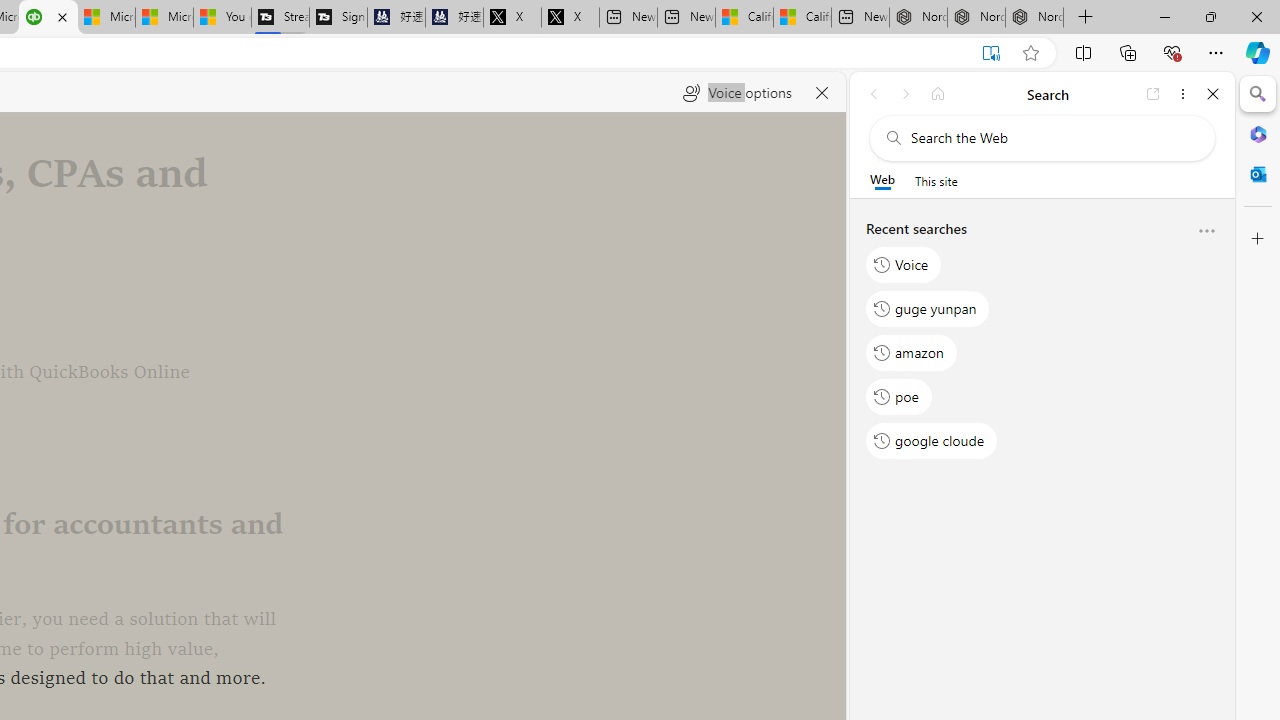  I want to click on 'Outlook', so click(1257, 173).